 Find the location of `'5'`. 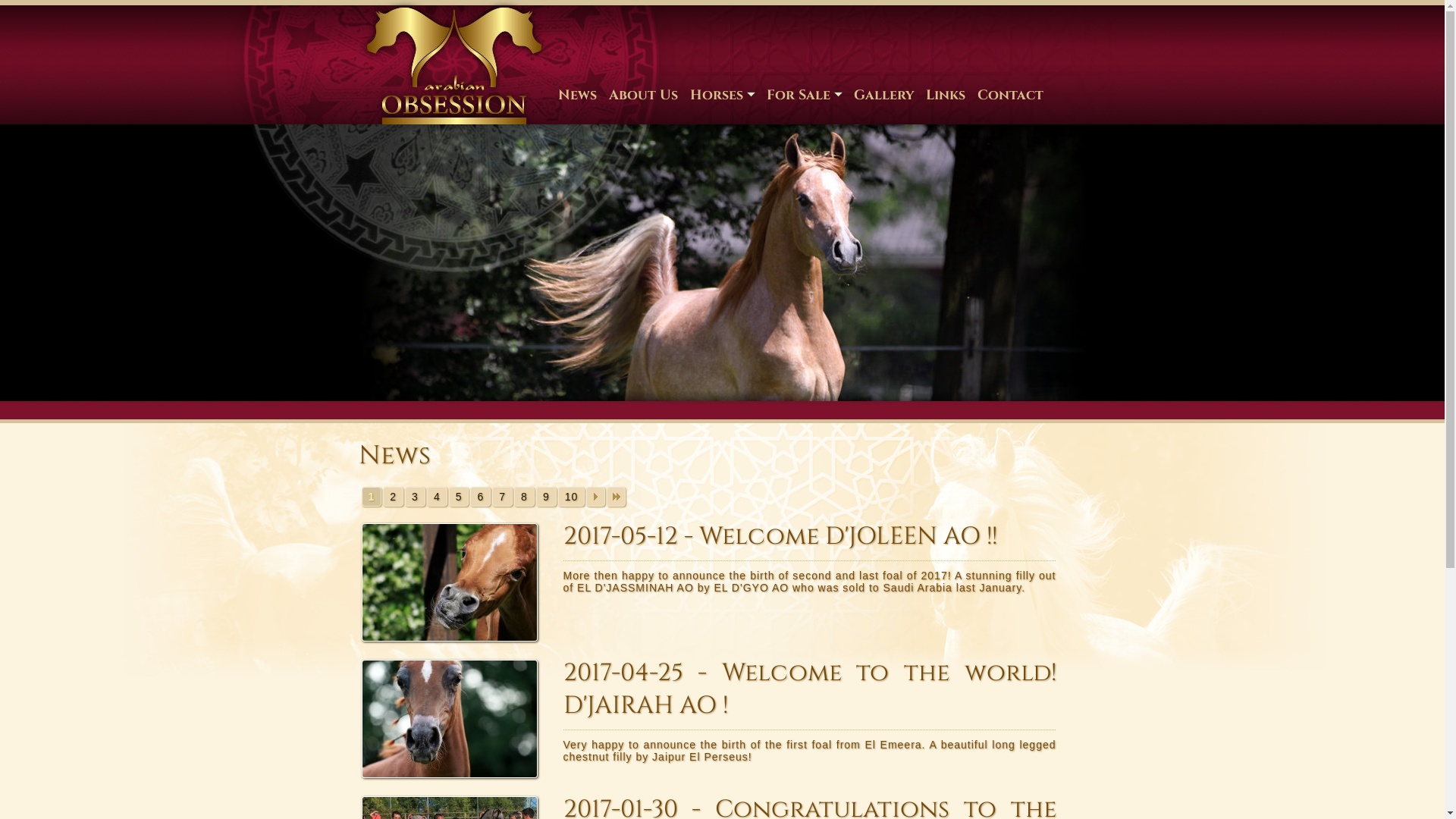

'5' is located at coordinates (458, 497).